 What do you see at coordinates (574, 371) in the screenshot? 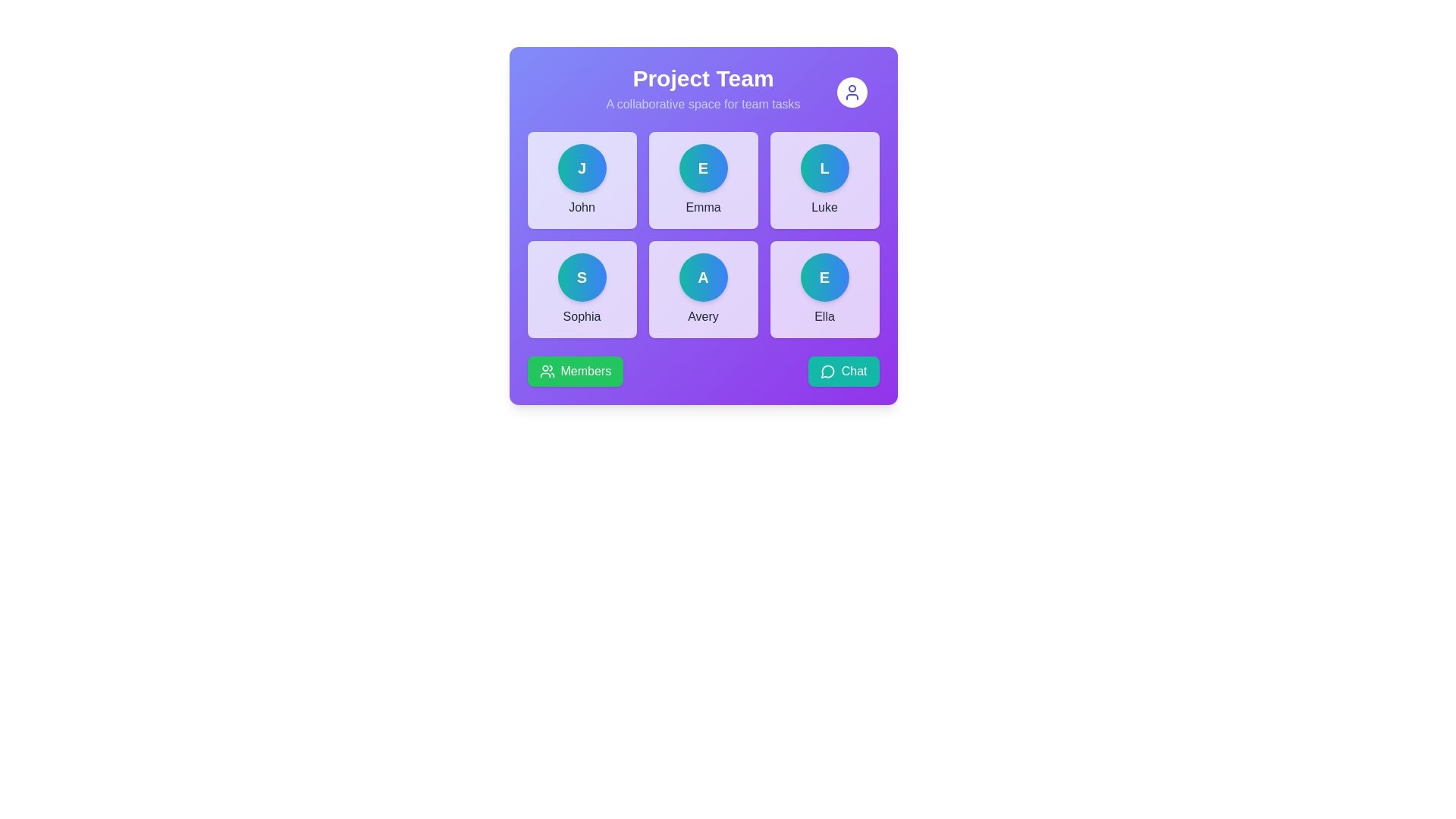
I see `the green 'Members' button with a white icon of two people` at bounding box center [574, 371].